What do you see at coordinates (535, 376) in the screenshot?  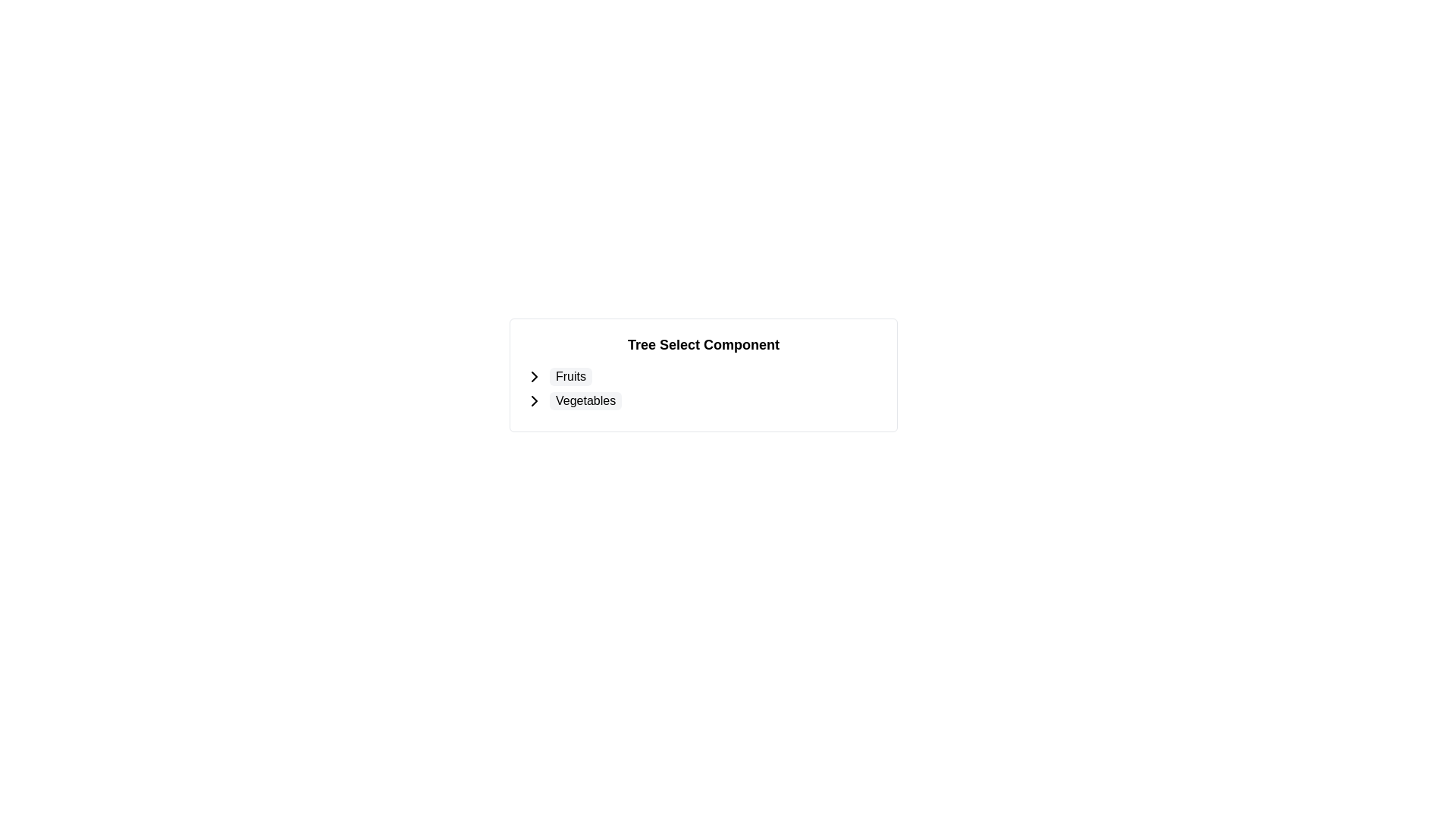 I see `the chevron icon located to the left of the 'Fruits' text` at bounding box center [535, 376].